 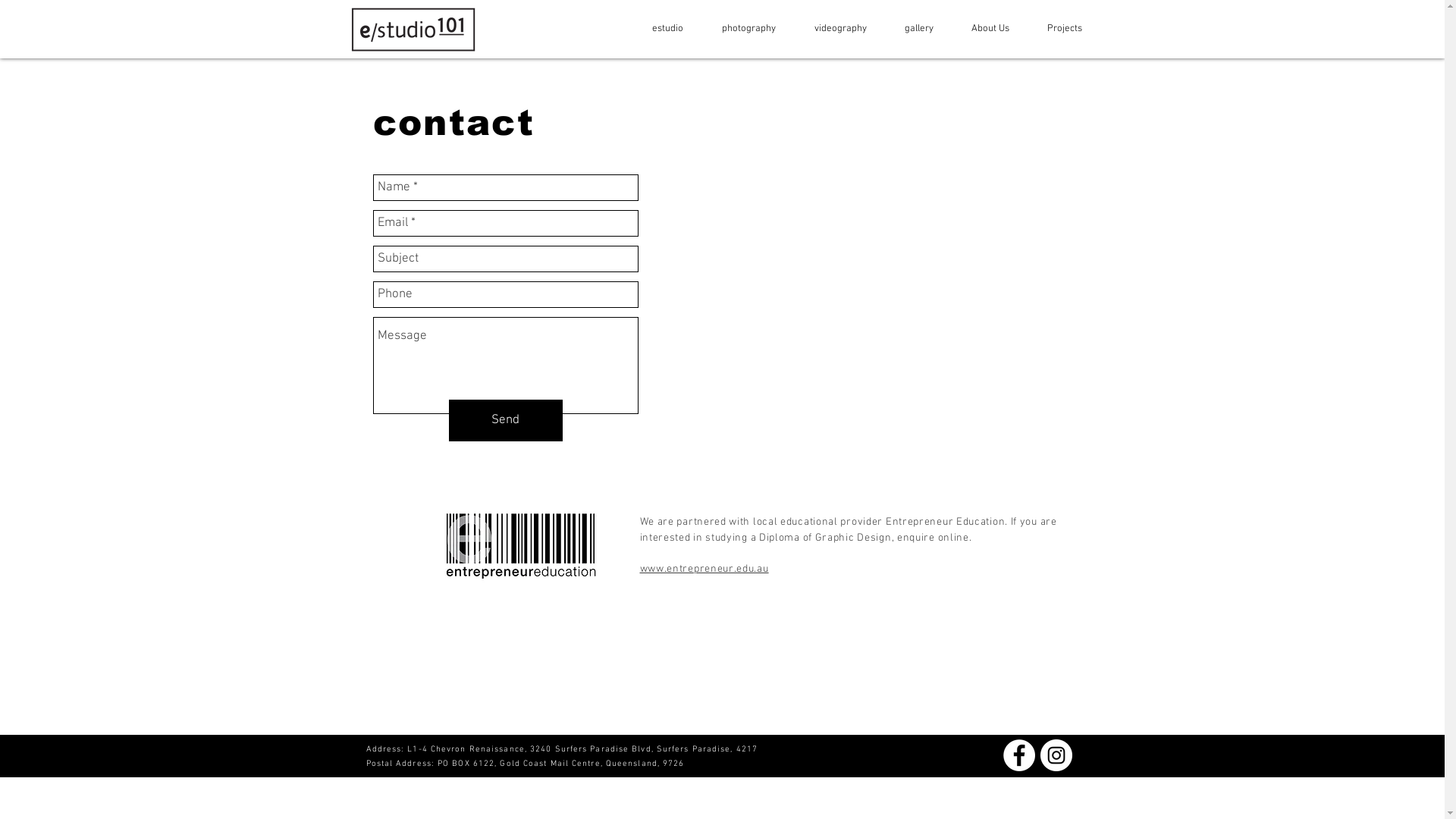 What do you see at coordinates (659, 29) in the screenshot?
I see `'estudio'` at bounding box center [659, 29].